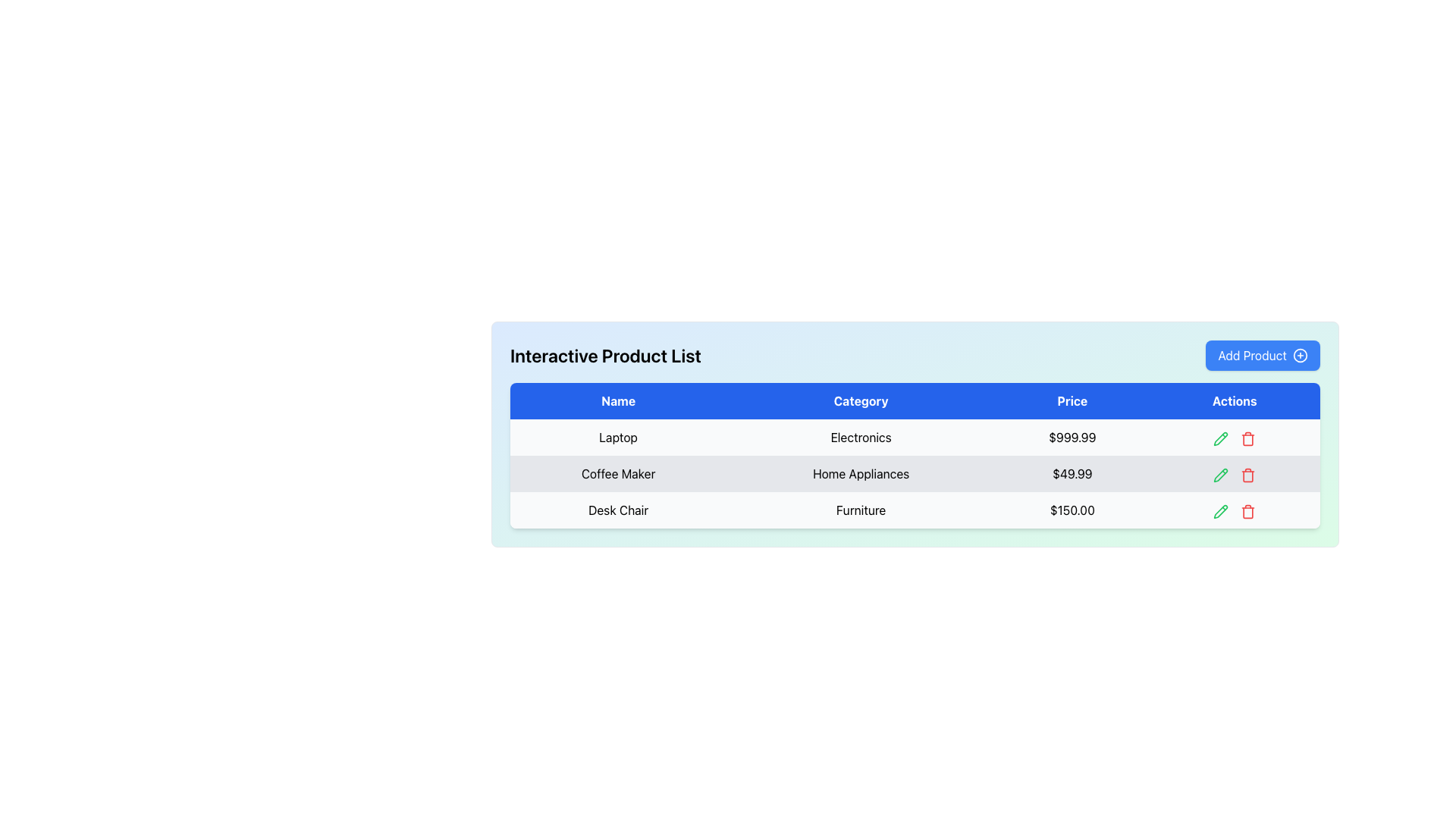 The height and width of the screenshot is (819, 1456). Describe the element at coordinates (861, 472) in the screenshot. I see `the 'Home Appliances' text label located in the second row, second column of the 'Interactive Product List' table, which is part of the product details for 'Coffee Maker'` at that location.